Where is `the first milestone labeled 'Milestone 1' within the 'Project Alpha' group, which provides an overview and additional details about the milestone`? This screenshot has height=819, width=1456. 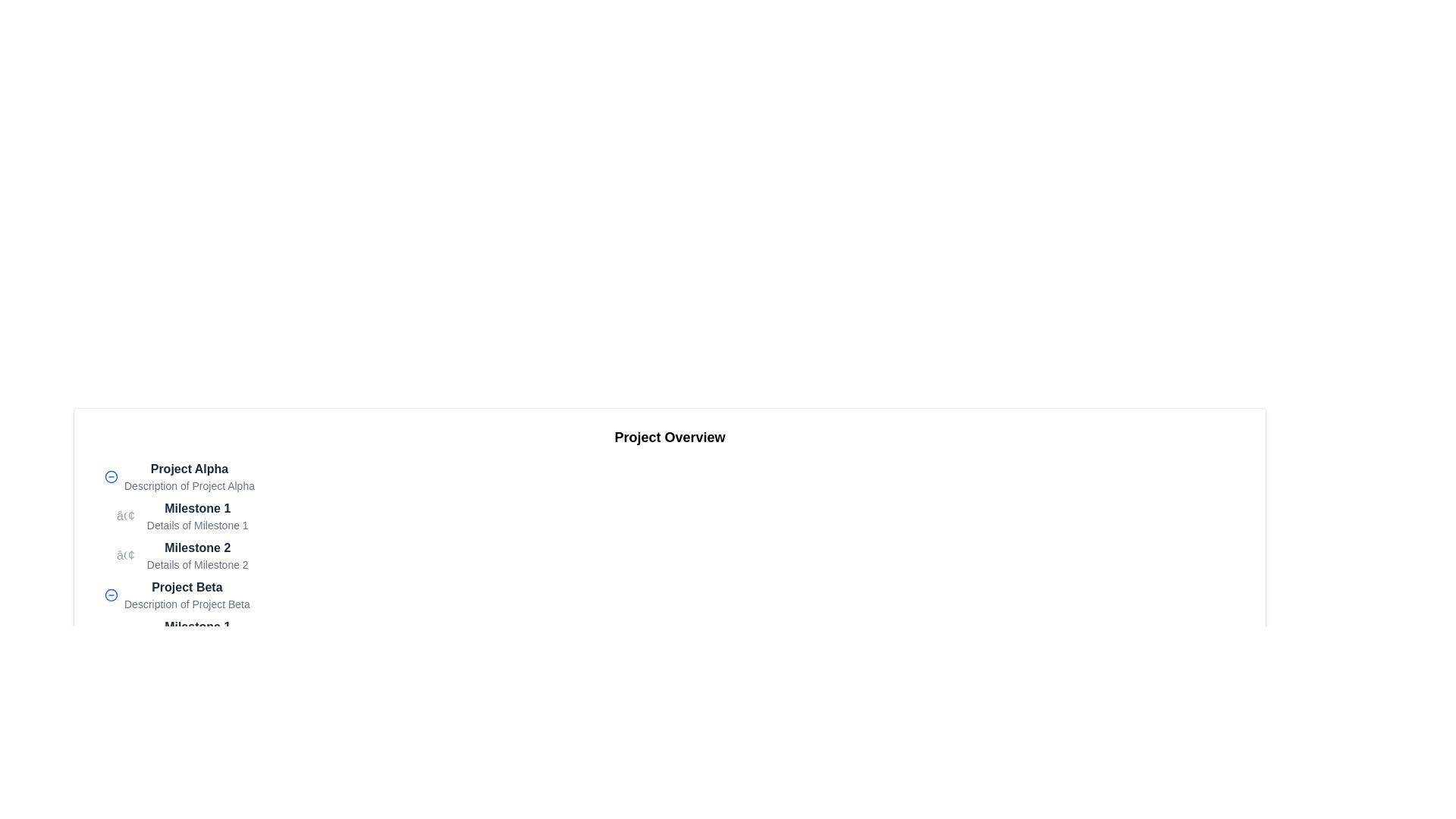 the first milestone labeled 'Milestone 1' within the 'Project Alpha' group, which provides an overview and additional details about the milestone is located at coordinates (196, 516).